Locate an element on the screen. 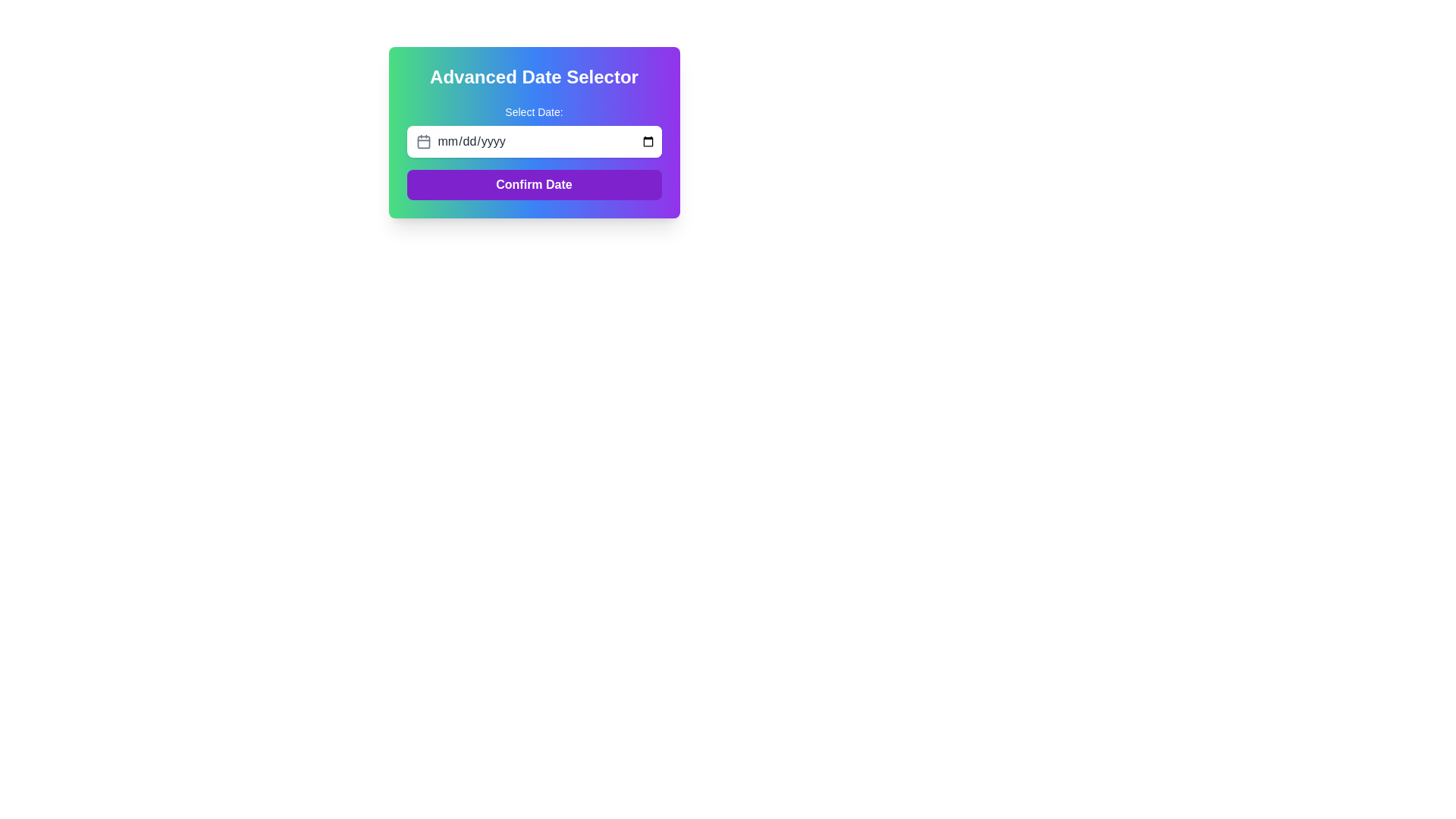 This screenshot has width=1456, height=819. the calendar icon located on the left side of the date input field is located at coordinates (423, 141).